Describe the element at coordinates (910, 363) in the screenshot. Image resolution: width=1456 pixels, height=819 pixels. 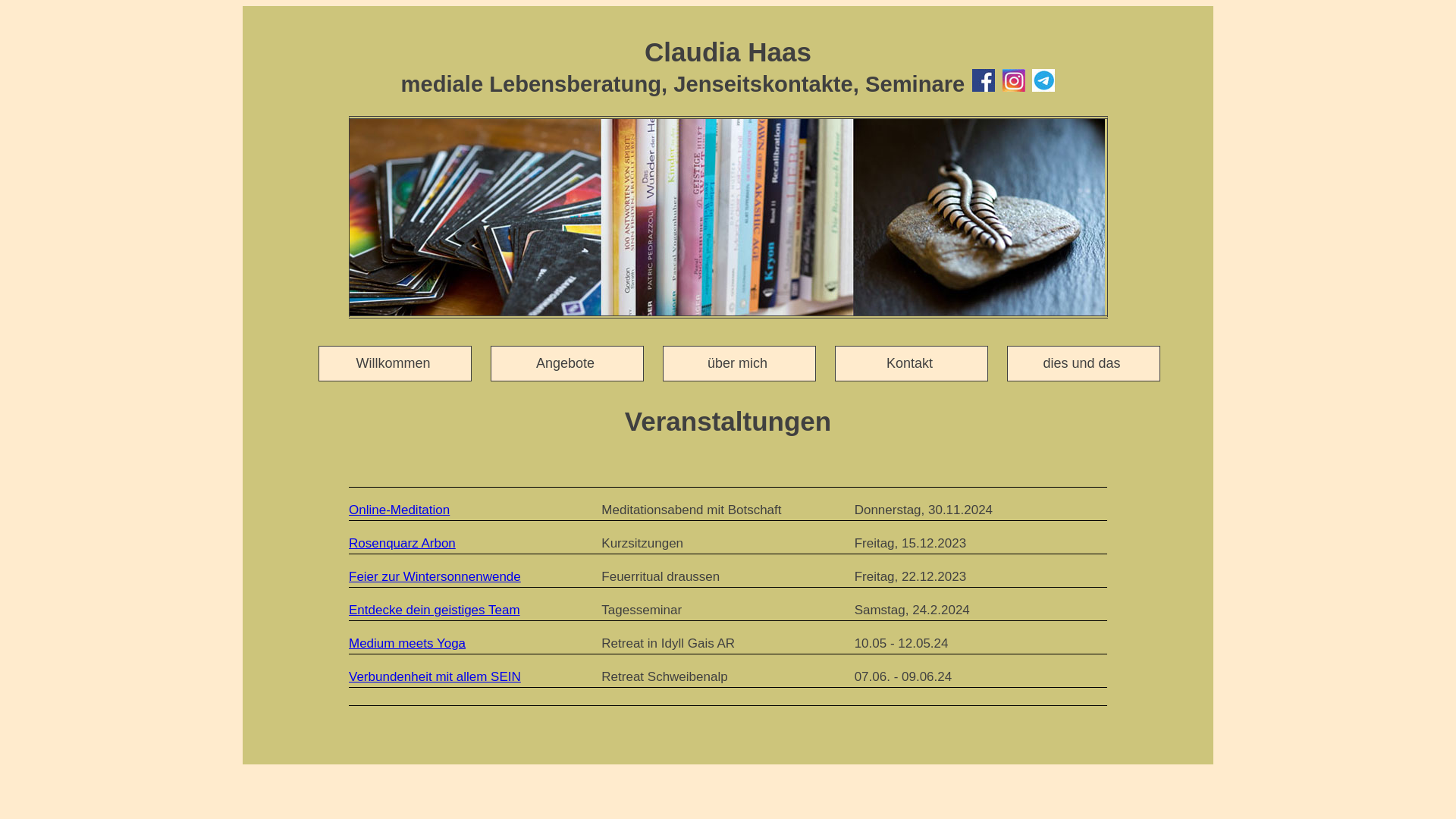
I see `'Kontakt '` at that location.